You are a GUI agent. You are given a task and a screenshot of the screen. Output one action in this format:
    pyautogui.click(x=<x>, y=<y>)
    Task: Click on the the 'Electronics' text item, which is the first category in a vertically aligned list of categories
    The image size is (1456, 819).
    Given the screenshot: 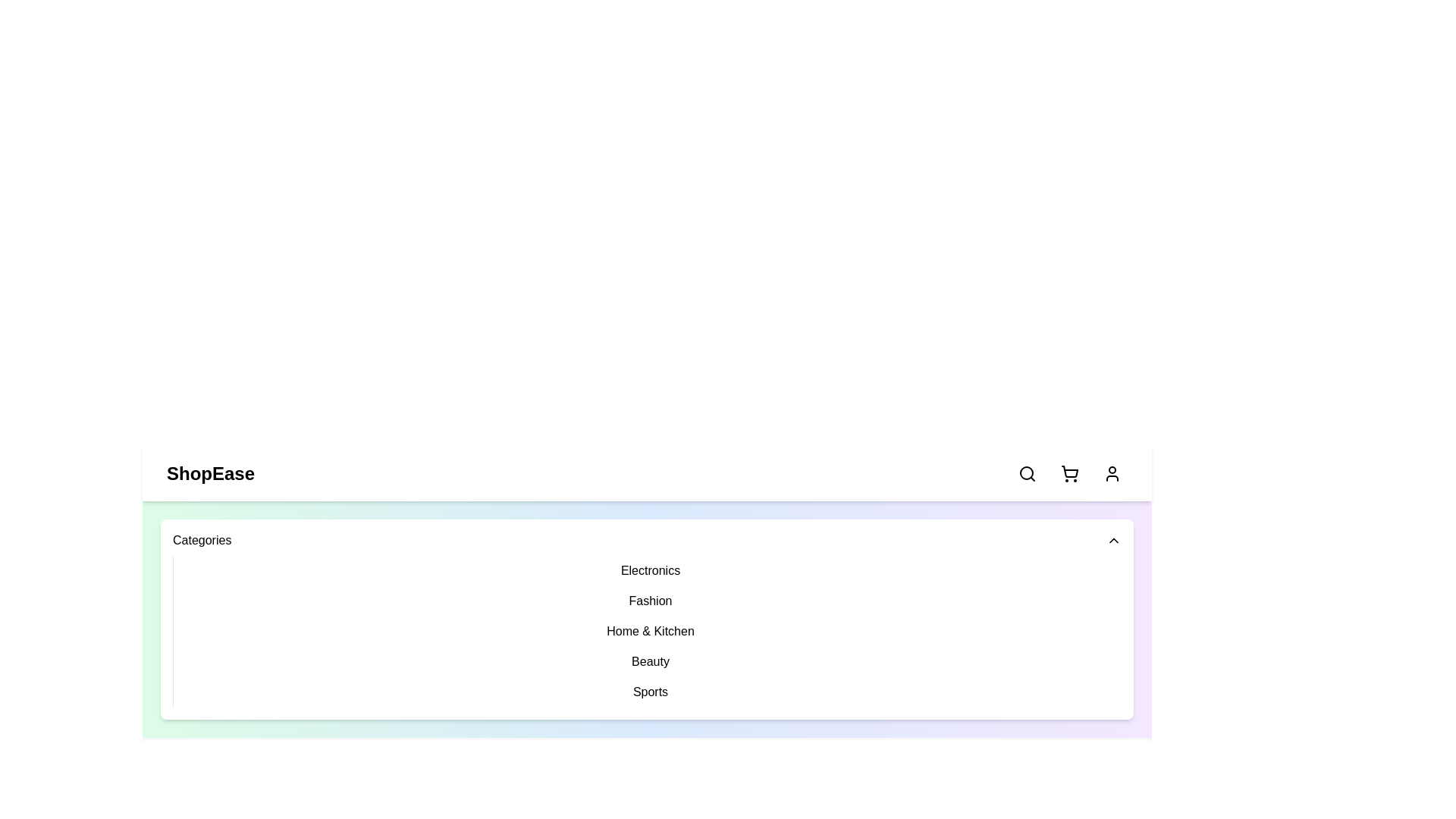 What is the action you would take?
    pyautogui.click(x=651, y=570)
    